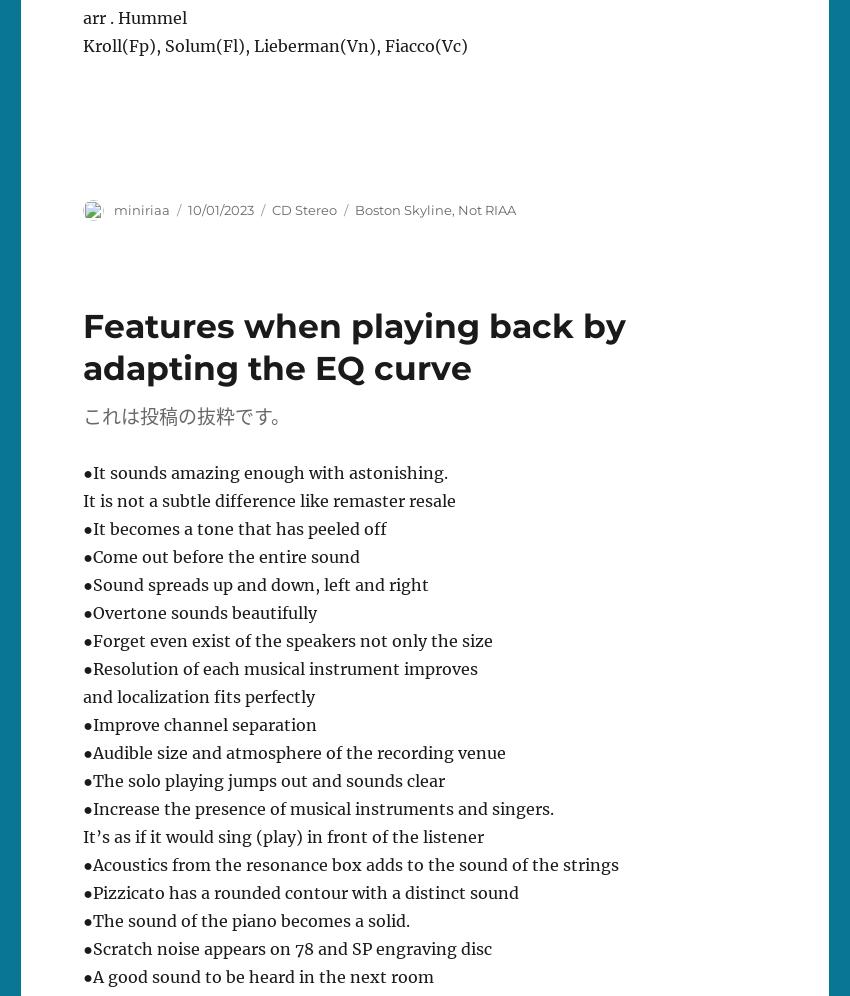  I want to click on '●Overtone sounds beautifully', so click(198, 613).